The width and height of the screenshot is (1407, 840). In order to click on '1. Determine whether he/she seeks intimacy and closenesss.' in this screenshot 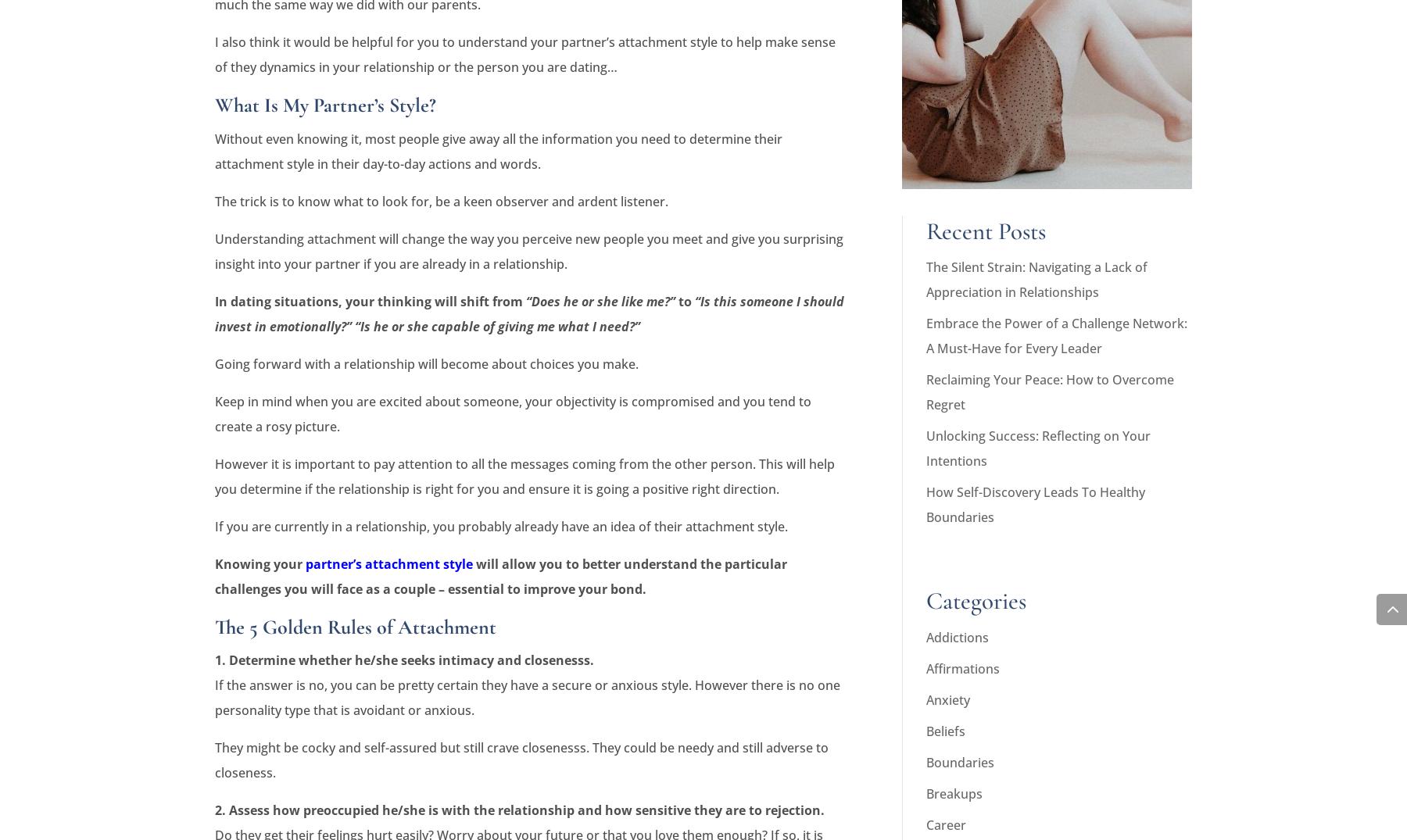, I will do `click(403, 659)`.